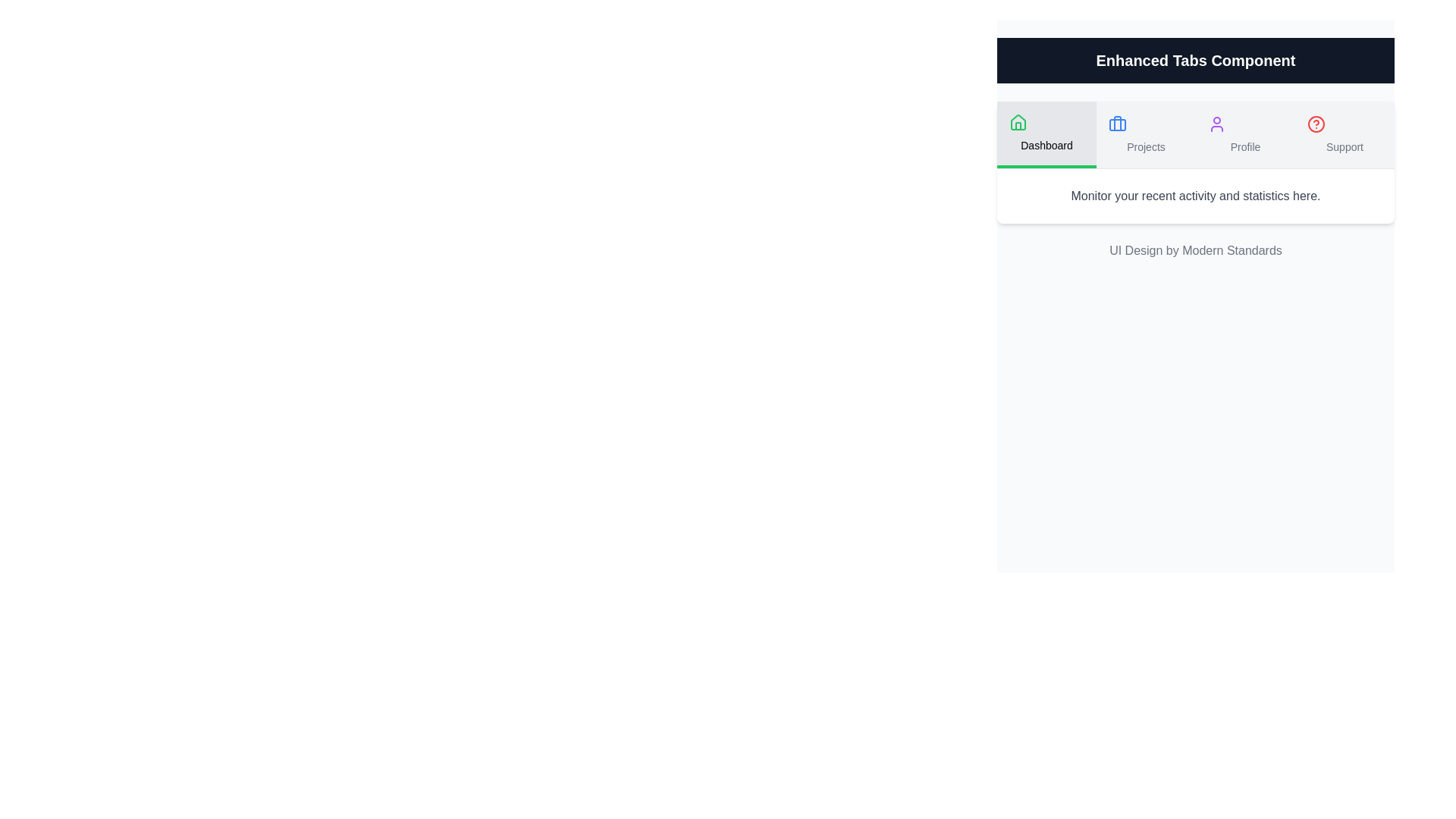 Image resolution: width=1456 pixels, height=819 pixels. What do you see at coordinates (1046, 133) in the screenshot?
I see `the 'Dashboard' navigation tab located on the left side of the tab group` at bounding box center [1046, 133].